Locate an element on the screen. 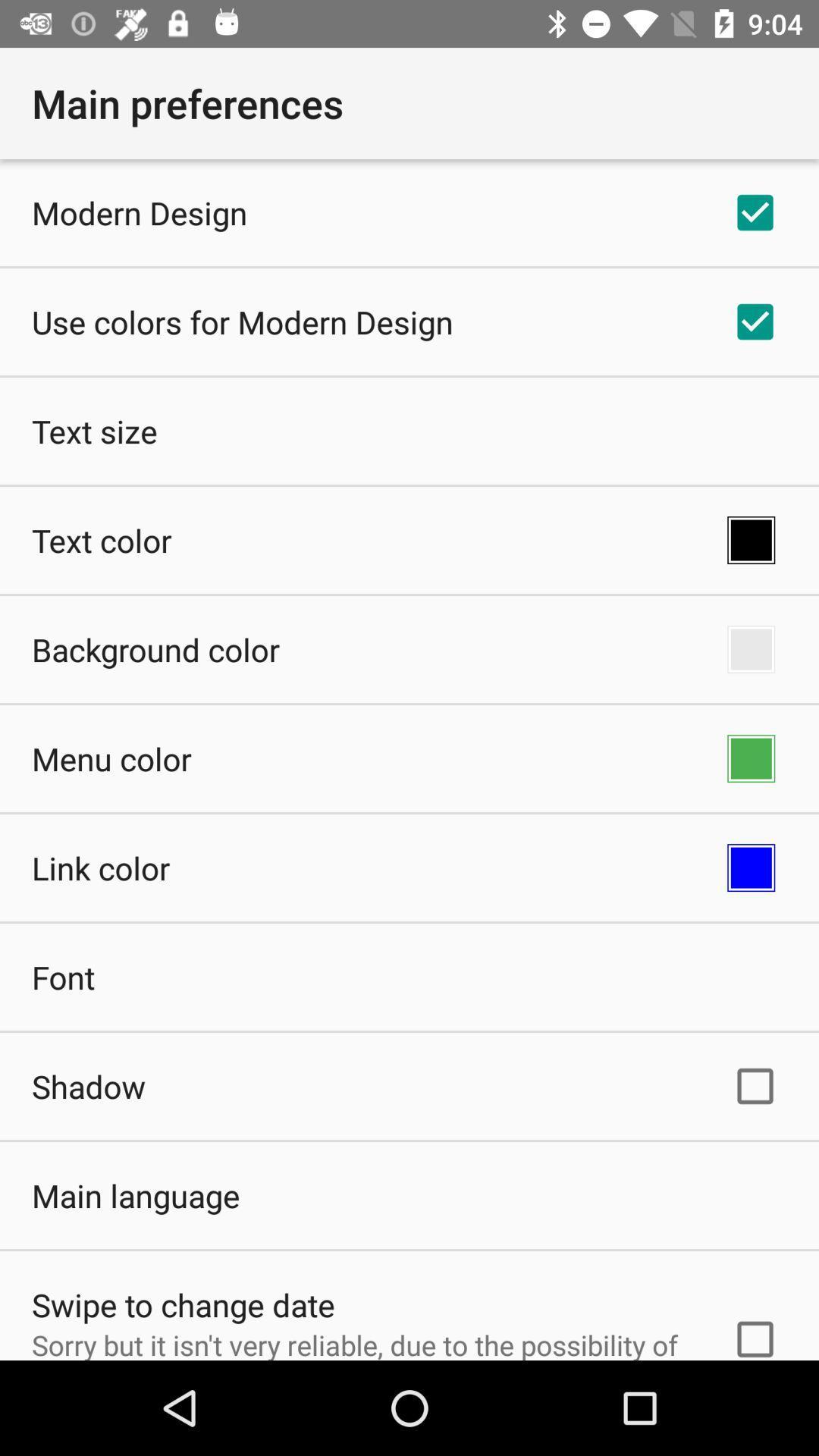 This screenshot has width=819, height=1456. app below text size app is located at coordinates (102, 540).